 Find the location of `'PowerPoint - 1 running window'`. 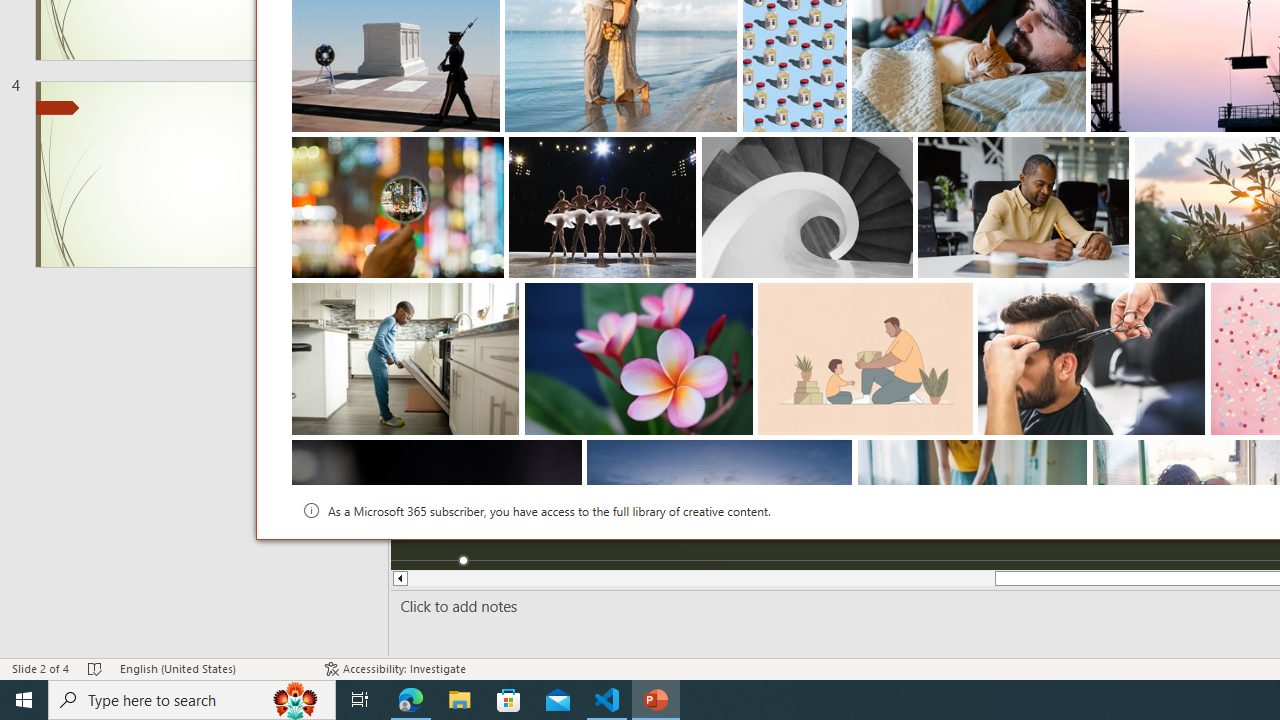

'PowerPoint - 1 running window' is located at coordinates (656, 698).